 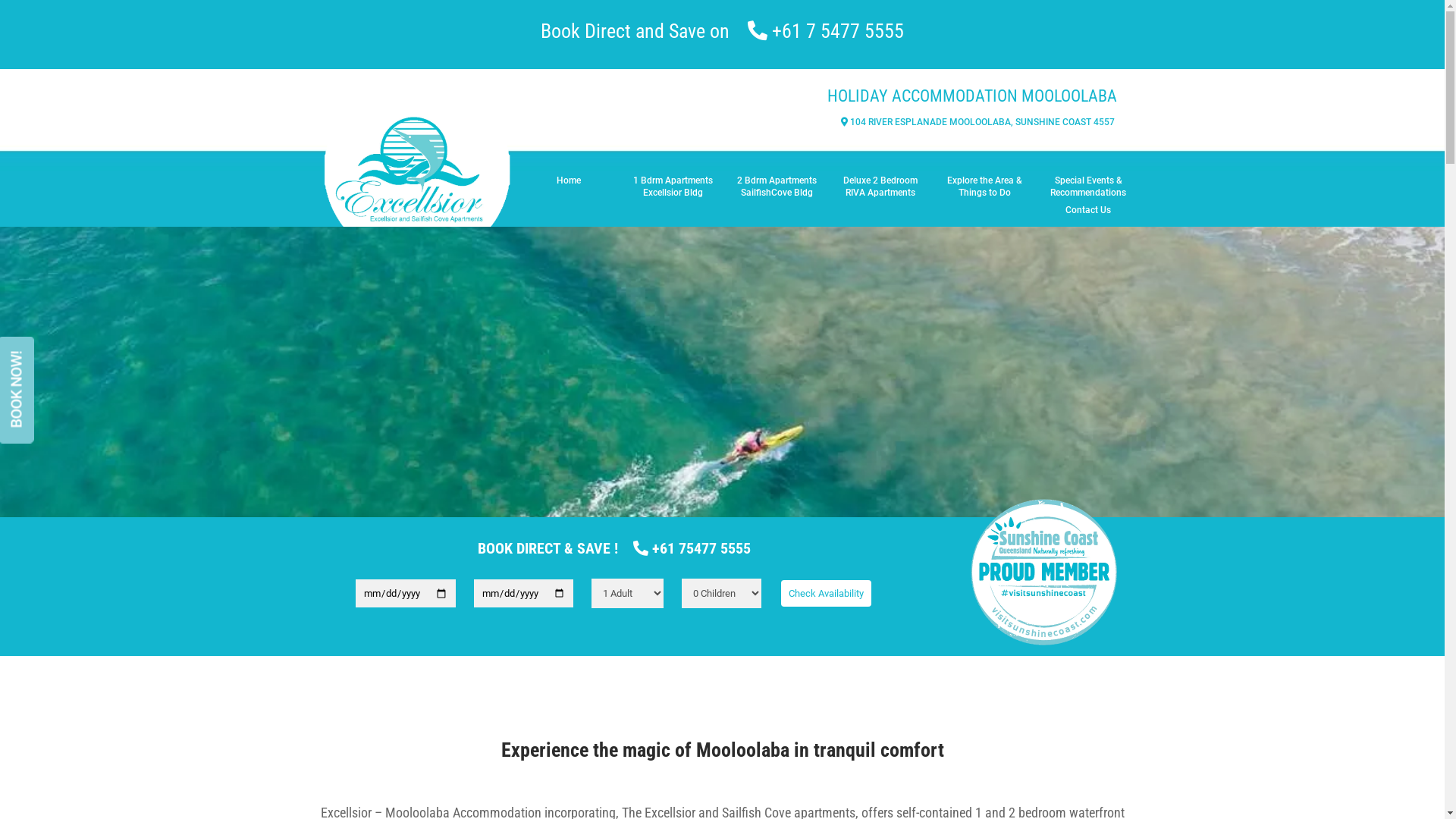 I want to click on 'Check Availability', so click(x=825, y=592).